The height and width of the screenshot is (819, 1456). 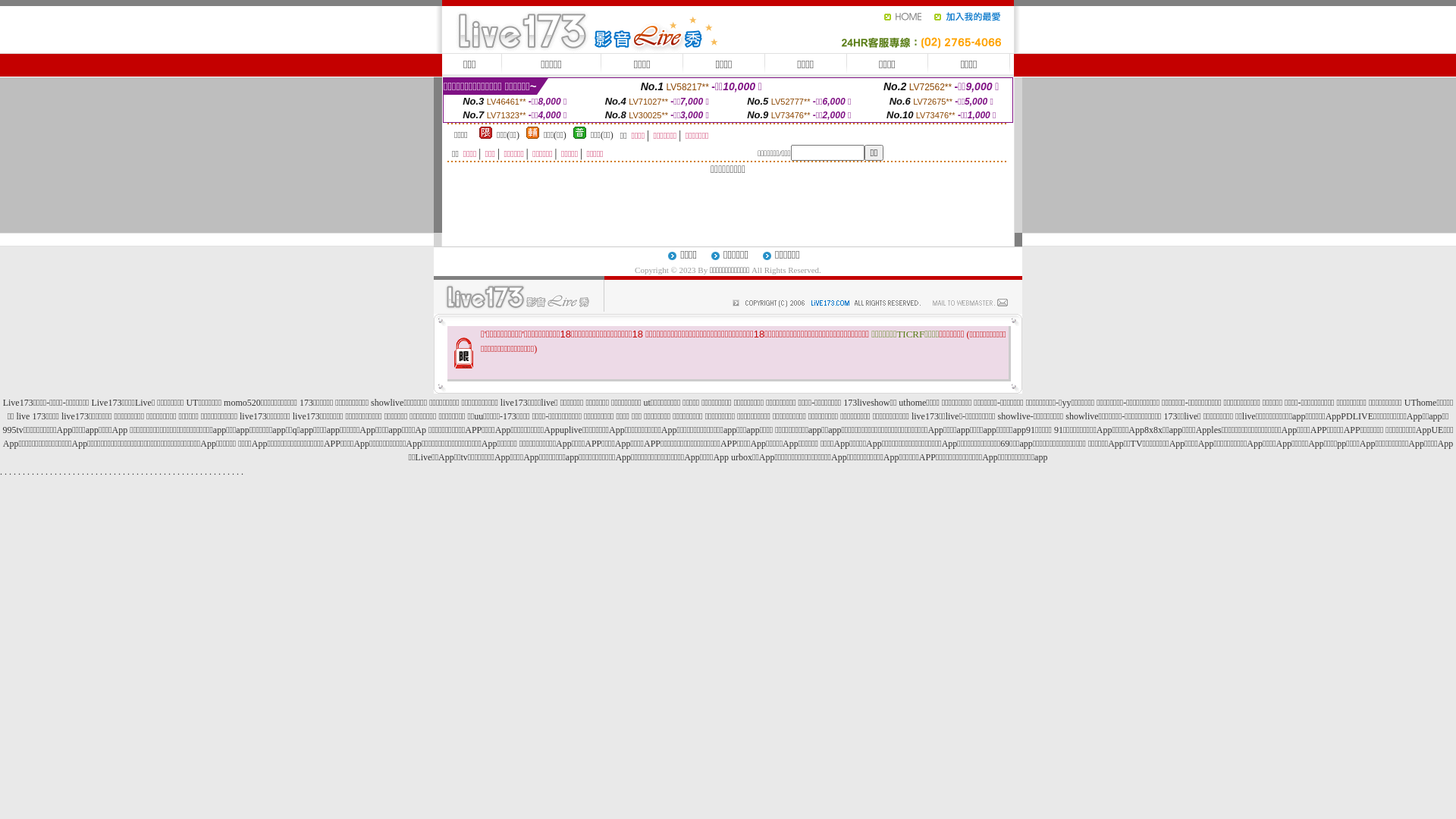 I want to click on '.', so click(x=18, y=470).